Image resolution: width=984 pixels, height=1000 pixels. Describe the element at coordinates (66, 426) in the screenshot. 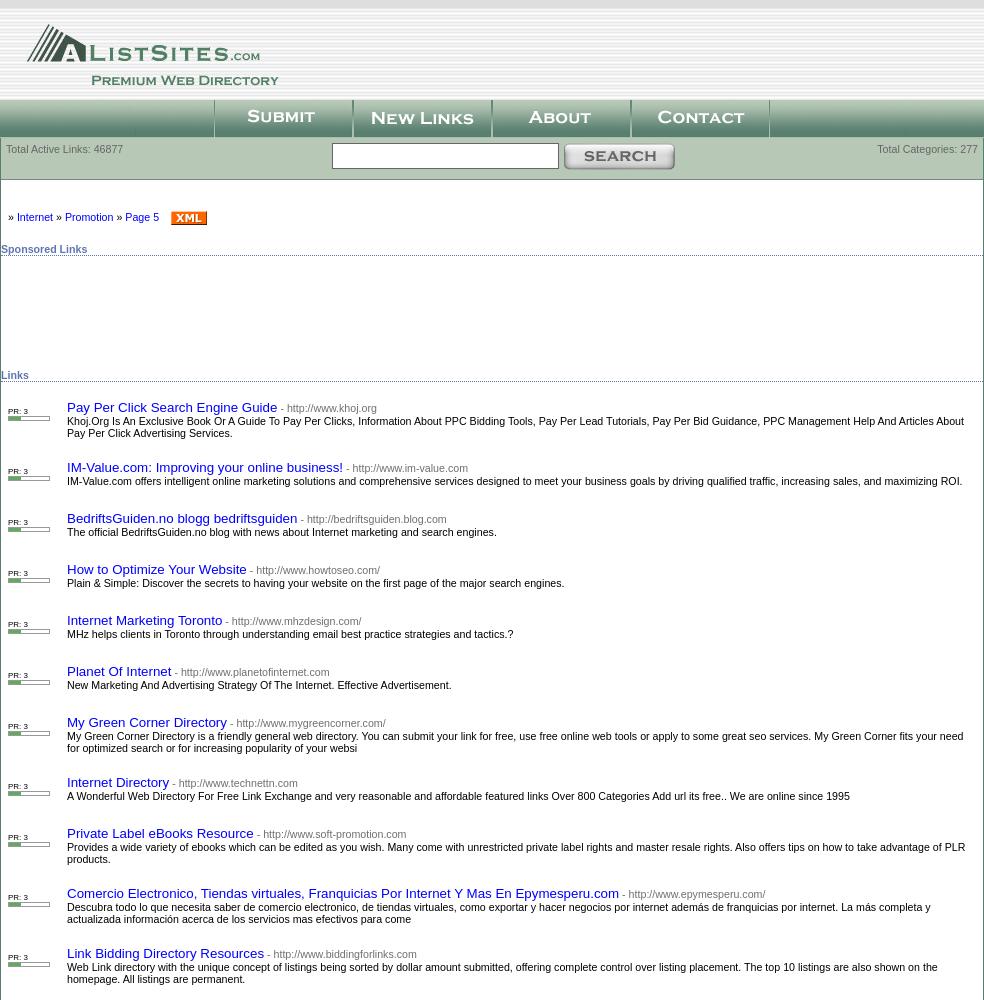

I see `'Khoj.Org Is An Exclusive Book Or A Guide To Pay Per Clicks, Information About PPC Bidding Tools, 
Pay Per Lead Tutorials, Pay Per Bid Guidance,
PPC Management Help And Articles About Pay Per Click Advertising Services.'` at that location.